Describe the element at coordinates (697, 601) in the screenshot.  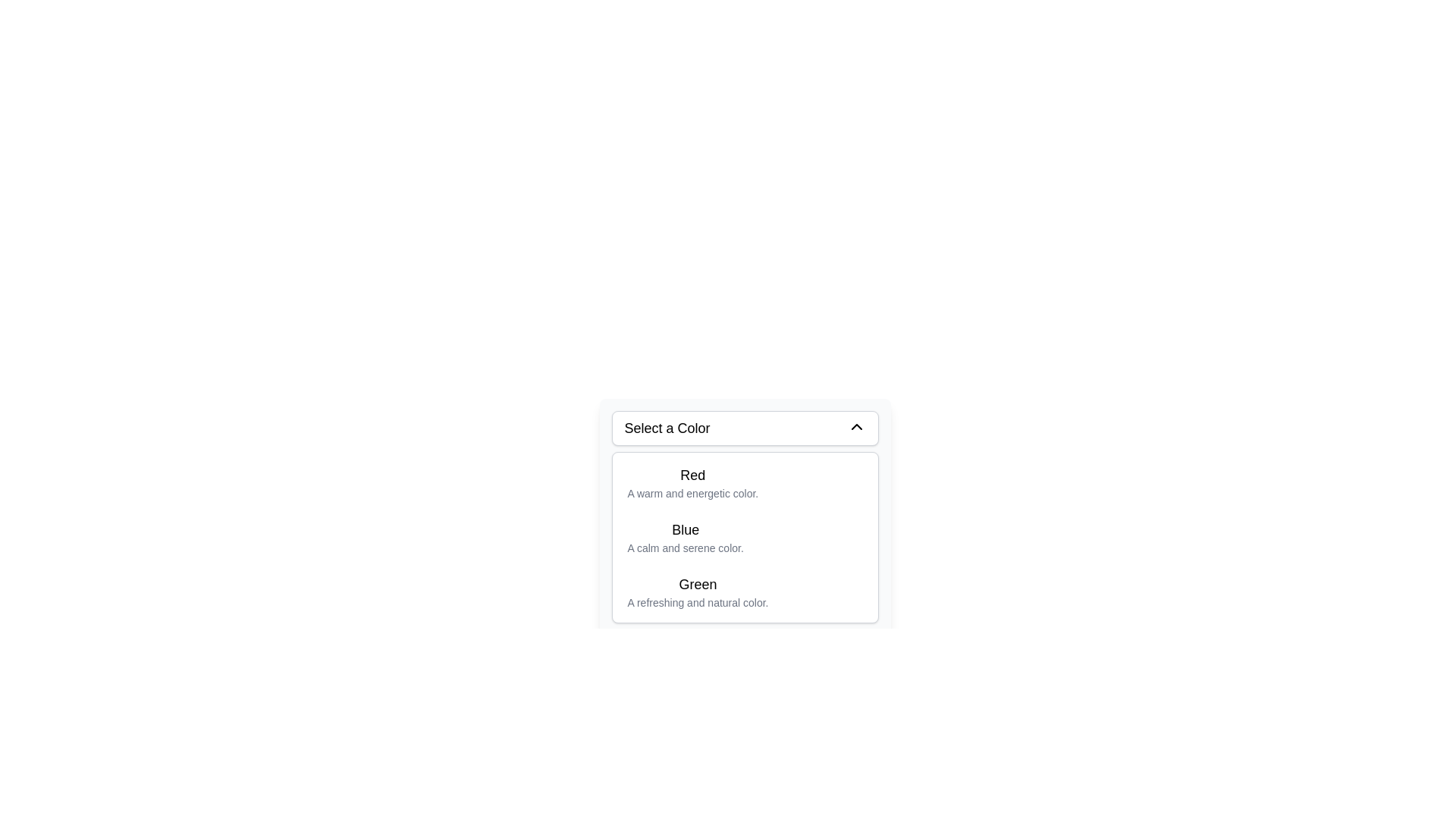
I see `the descriptive text element that provides additional information about the 'Green' option in the dropdown list, located directly below the 'Green' label` at that location.